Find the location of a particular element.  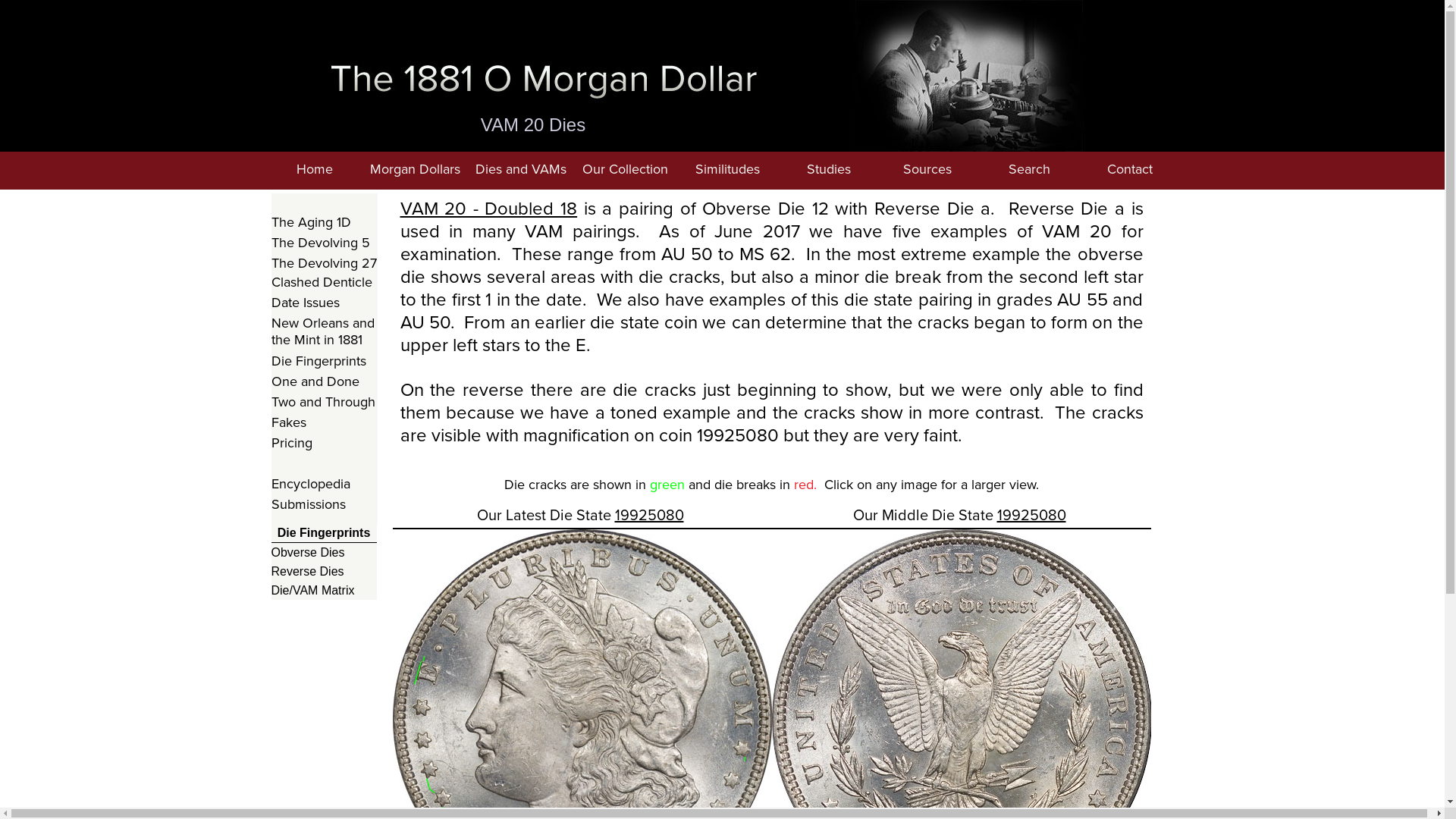

'Submissions' is located at coordinates (323, 504).